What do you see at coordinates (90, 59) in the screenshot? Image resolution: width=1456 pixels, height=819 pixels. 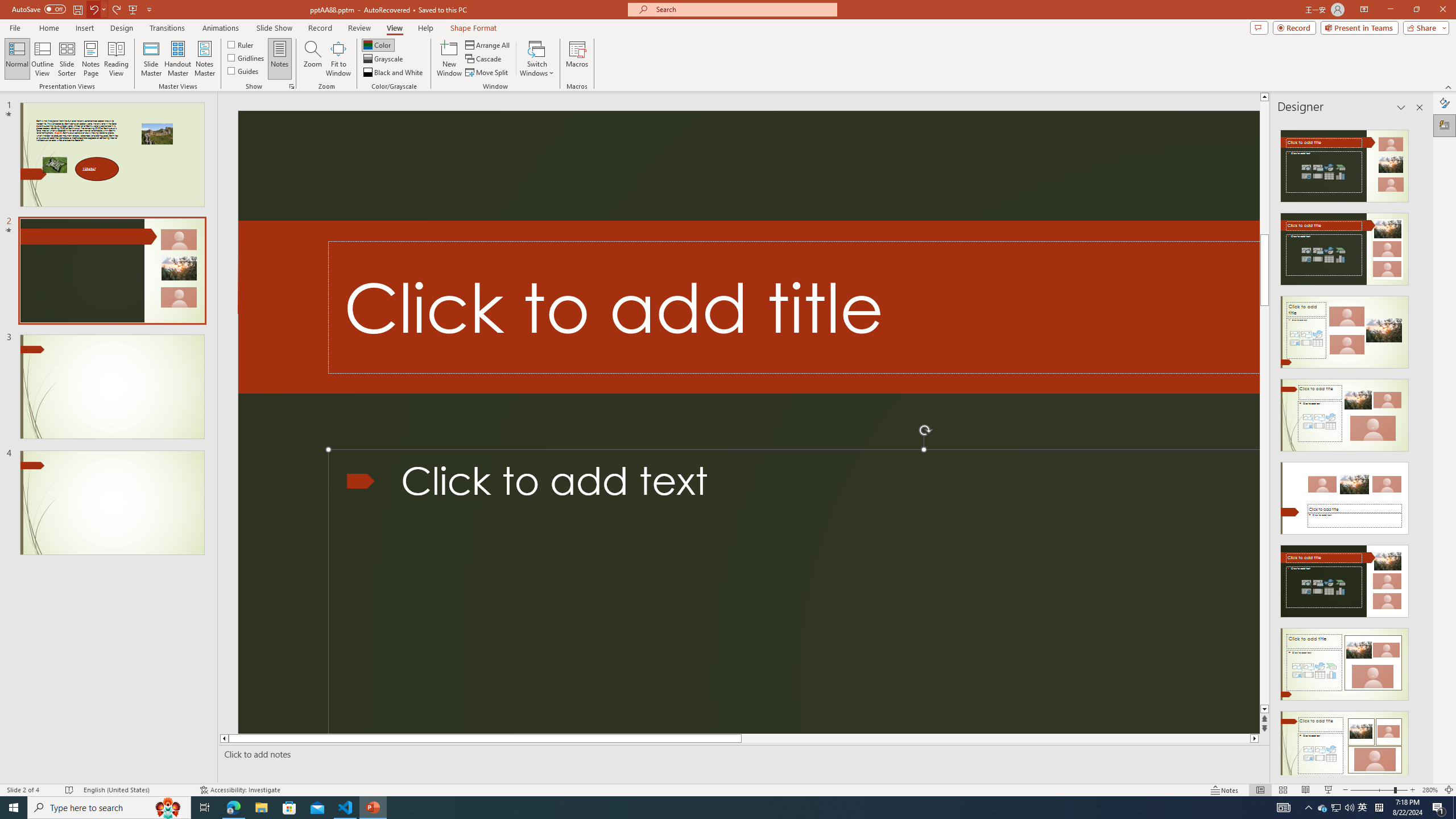 I see `'Notes Page'` at bounding box center [90, 59].